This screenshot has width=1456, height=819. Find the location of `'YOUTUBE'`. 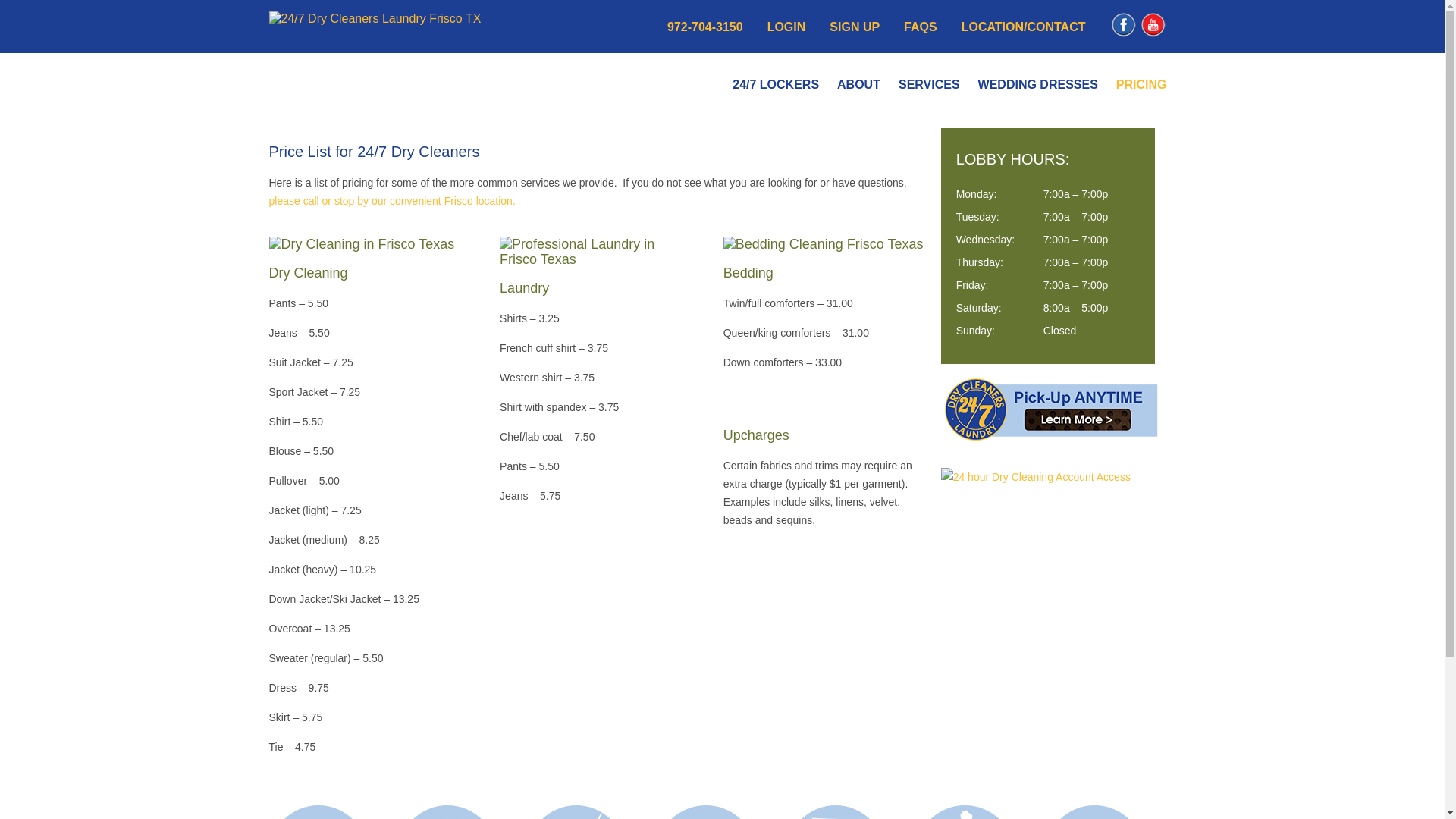

'YOUTUBE' is located at coordinates (1152, 34).